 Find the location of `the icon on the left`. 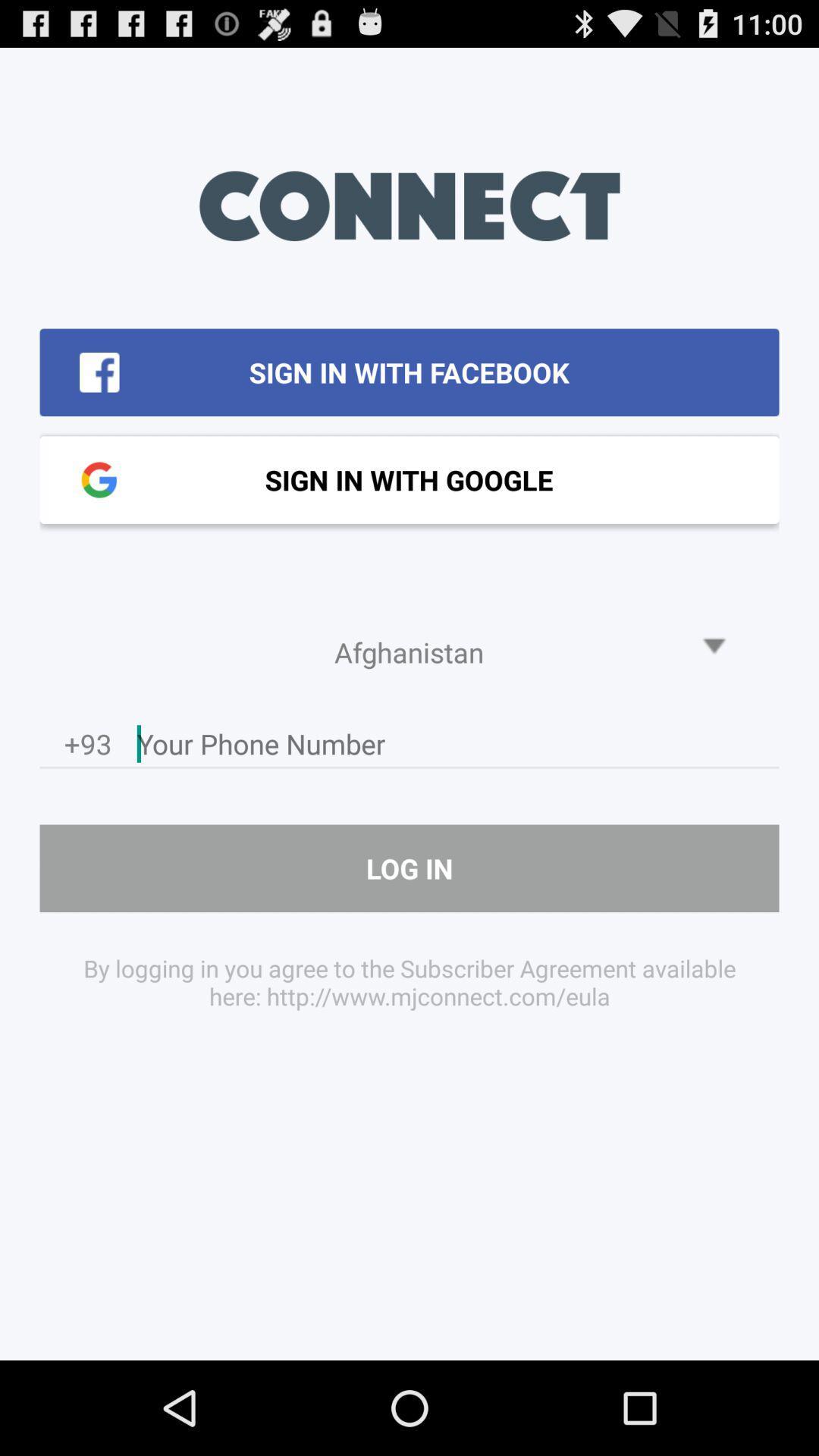

the icon on the left is located at coordinates (88, 748).